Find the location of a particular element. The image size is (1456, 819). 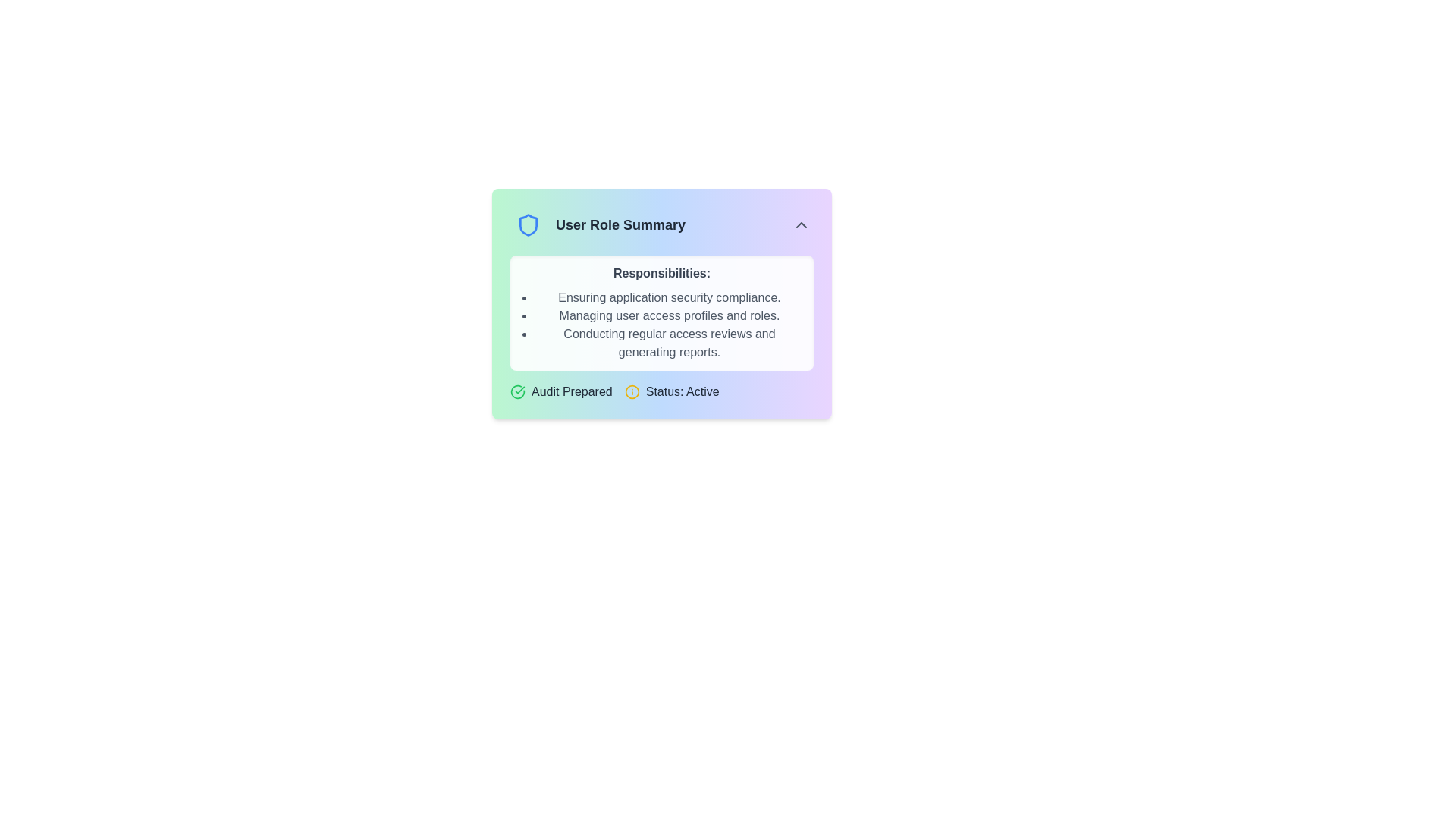

the 'Audit Prepared' label with a green-check icon, which is the first label in the group of status indicators below the 'Responsibilities' section is located at coordinates (560, 391).